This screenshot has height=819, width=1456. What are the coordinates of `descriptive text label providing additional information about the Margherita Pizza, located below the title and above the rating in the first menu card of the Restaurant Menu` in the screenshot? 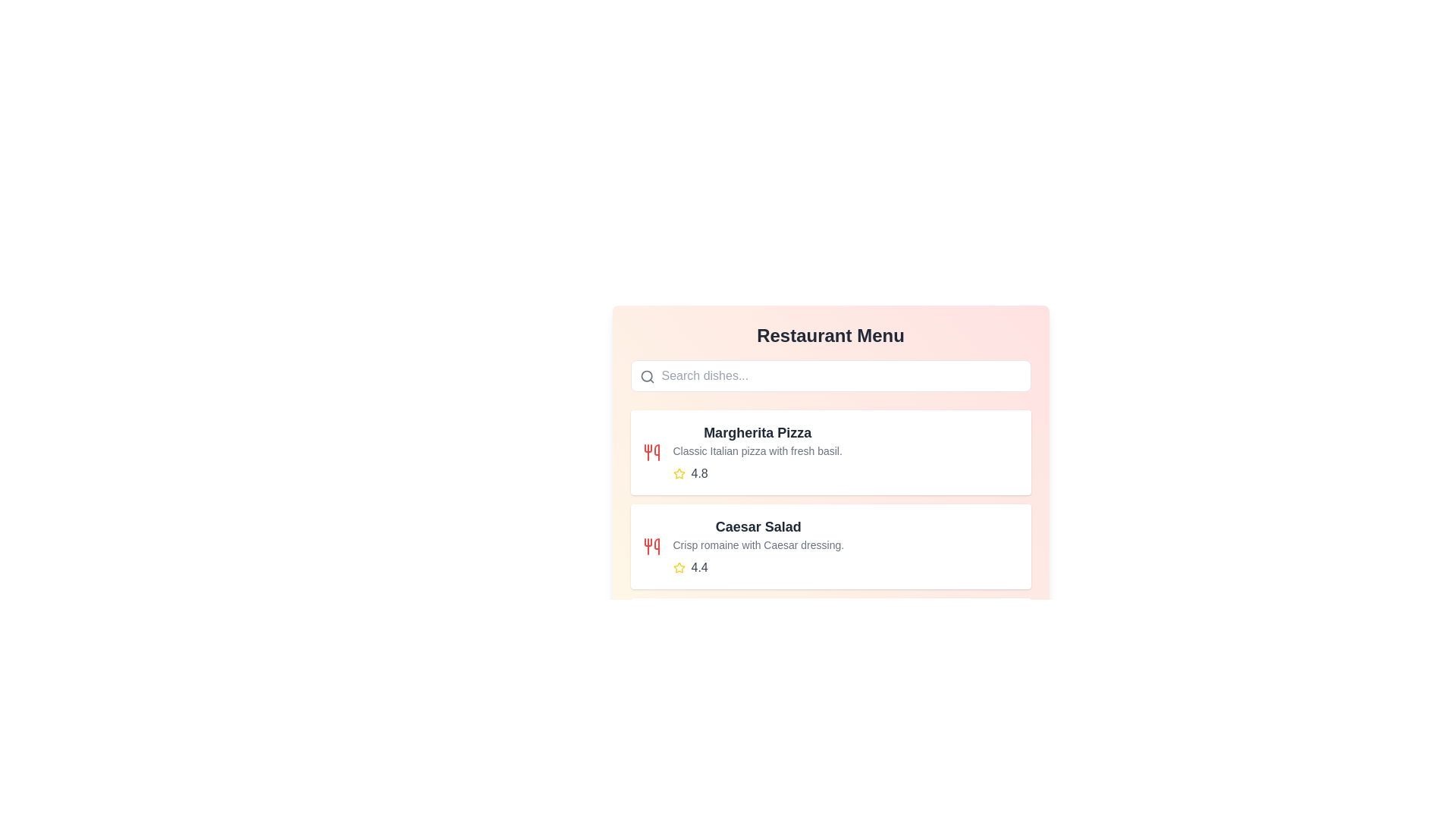 It's located at (758, 450).